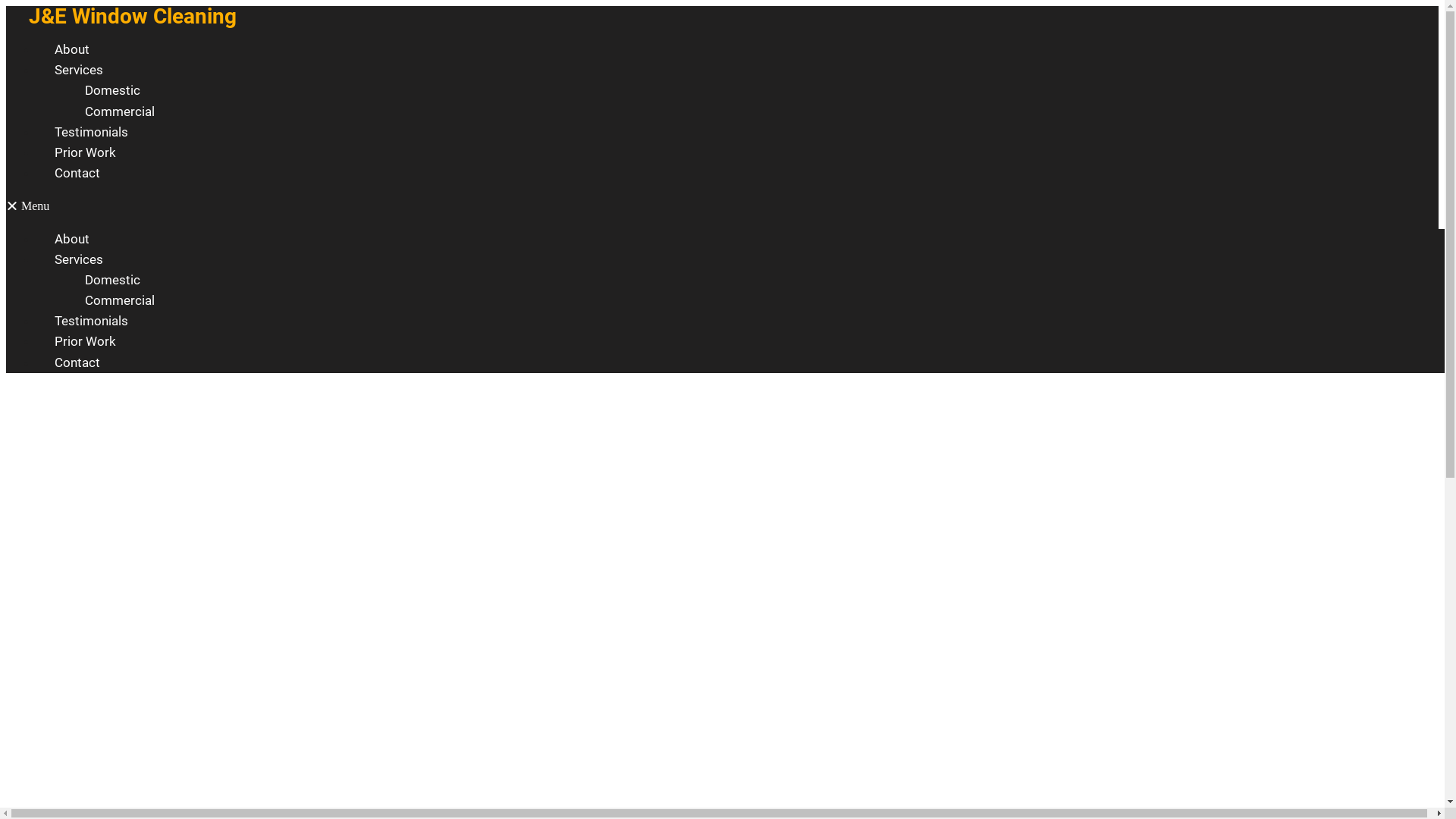 The height and width of the screenshot is (819, 1456). Describe the element at coordinates (111, 280) in the screenshot. I see `'Domestic'` at that location.